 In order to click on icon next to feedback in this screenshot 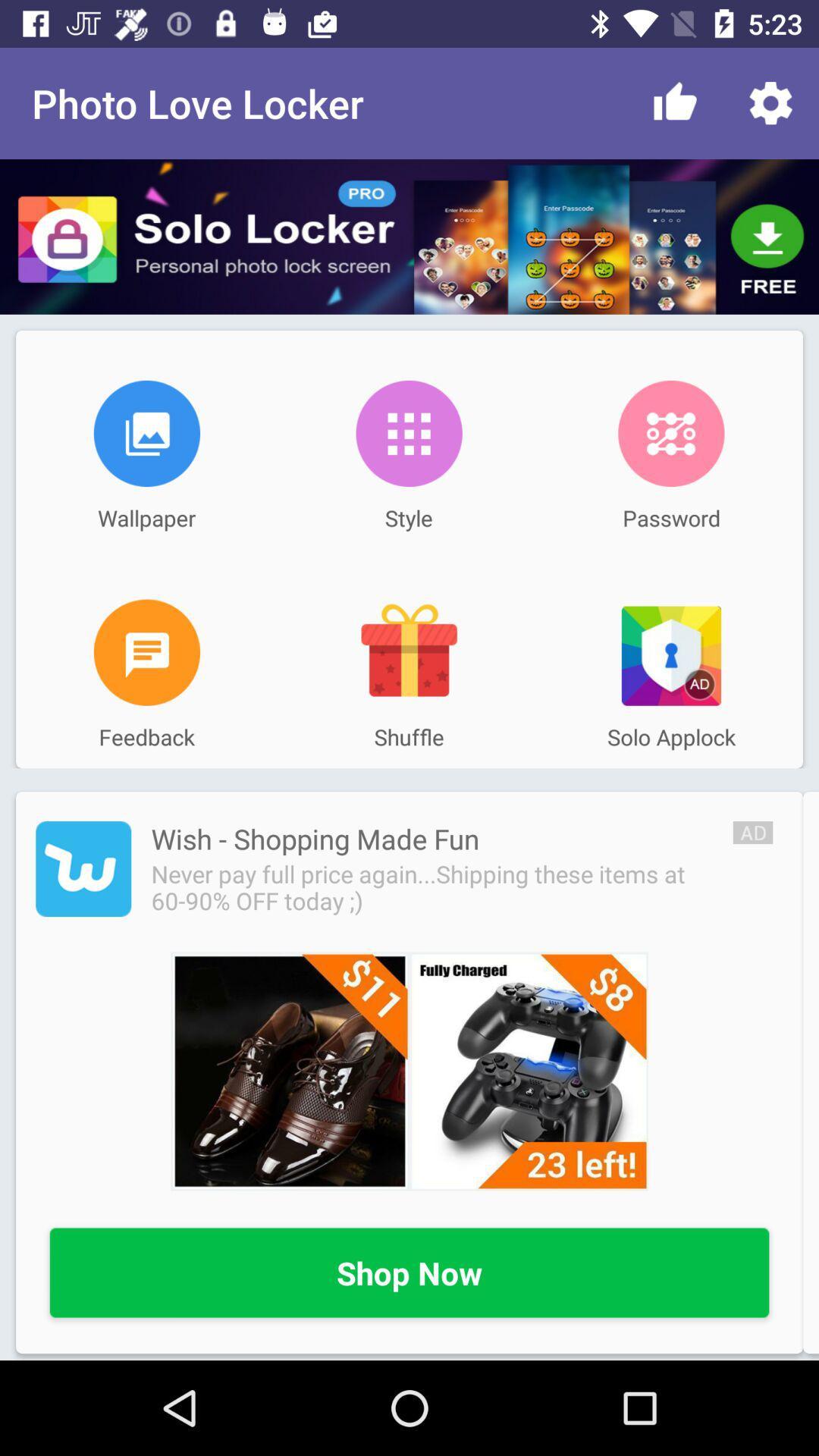, I will do `click(408, 652)`.